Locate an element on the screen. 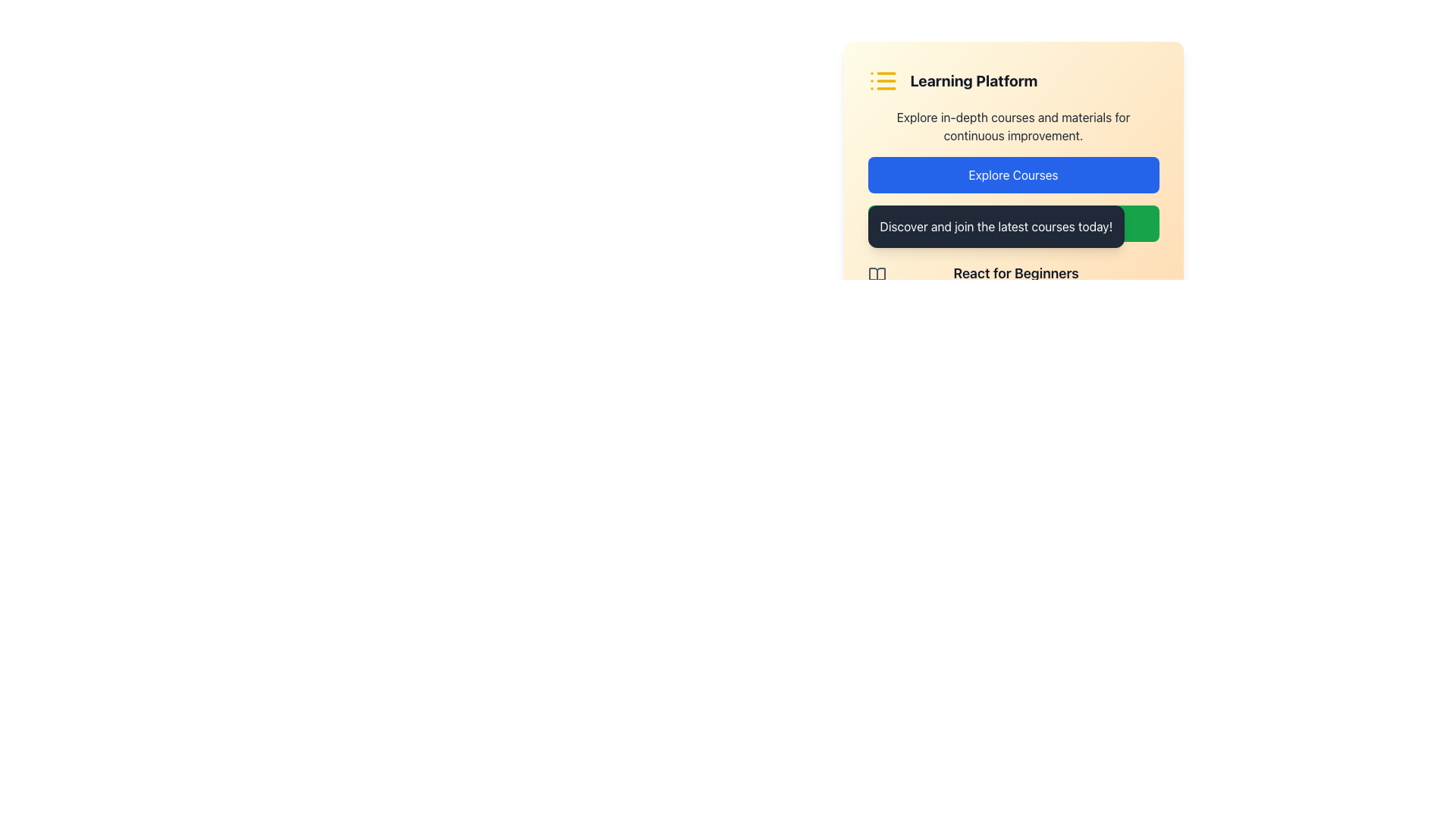 The height and width of the screenshot is (819, 1456). the Informative Section containing the text 'React for Beginners' and the subtitle 'A comprehensive guide to React.js fundamentals.' is located at coordinates (1013, 281).